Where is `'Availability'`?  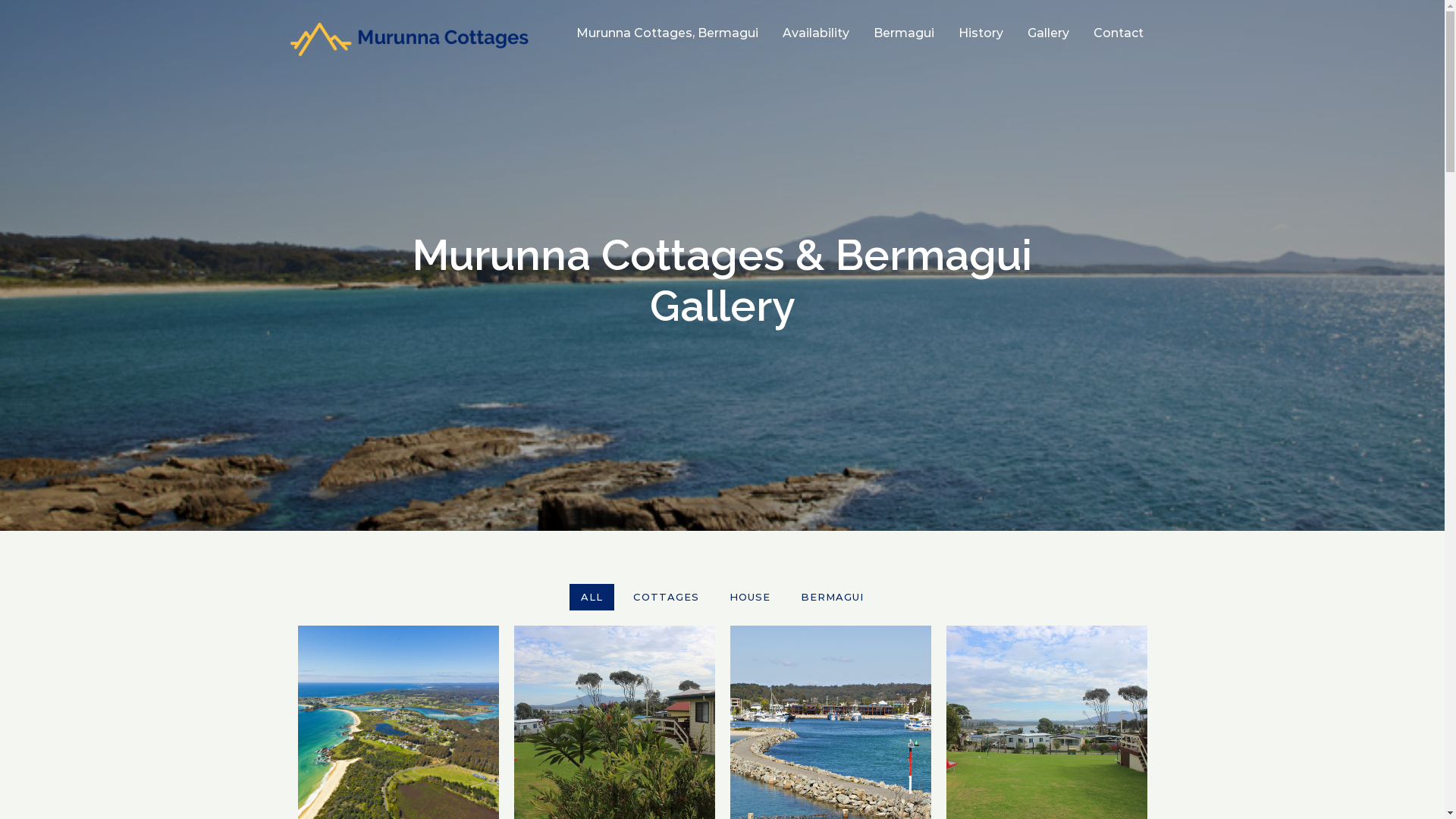 'Availability' is located at coordinates (814, 33).